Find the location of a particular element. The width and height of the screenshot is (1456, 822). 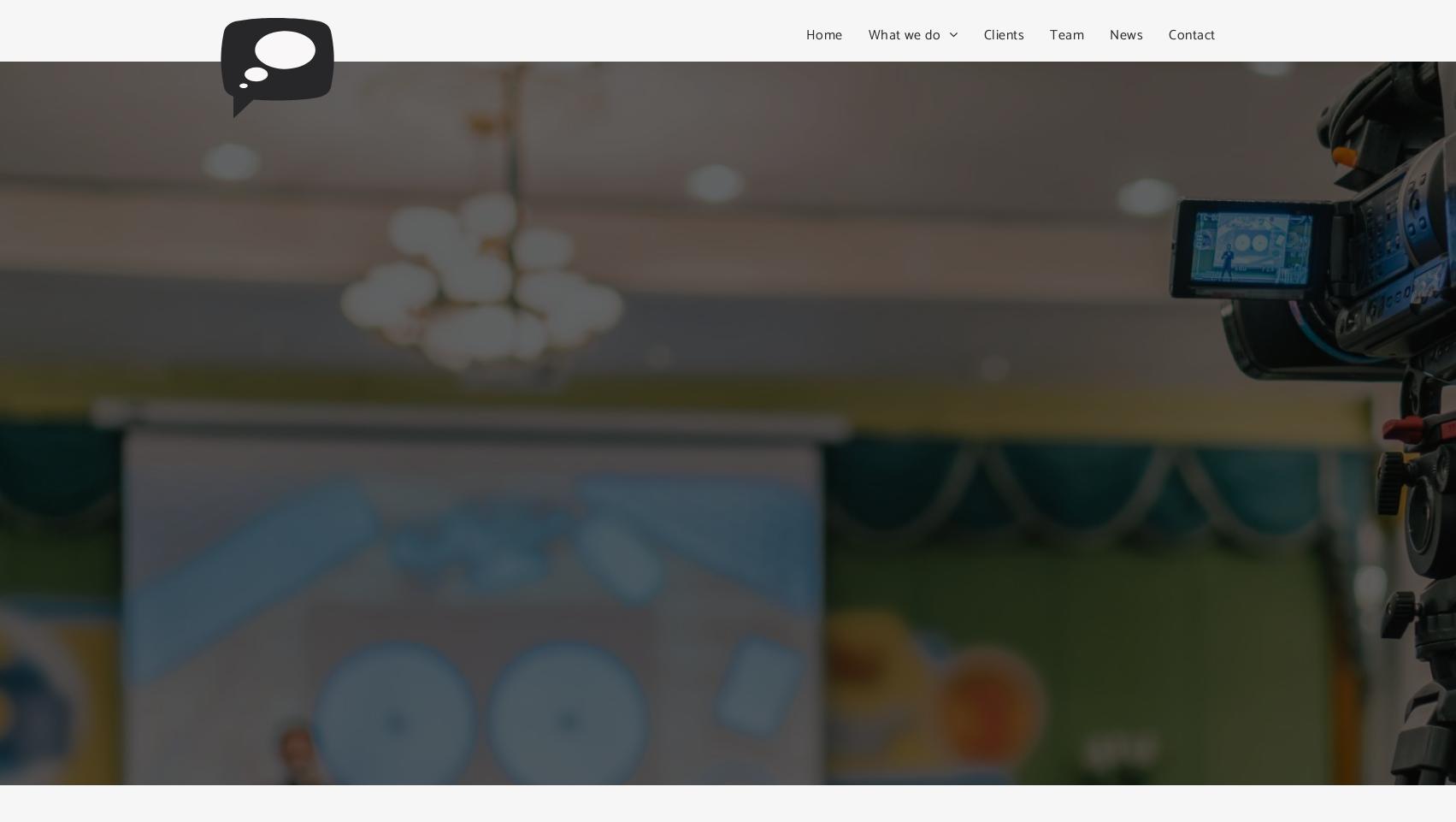

'Share by:' is located at coordinates (70, 42).